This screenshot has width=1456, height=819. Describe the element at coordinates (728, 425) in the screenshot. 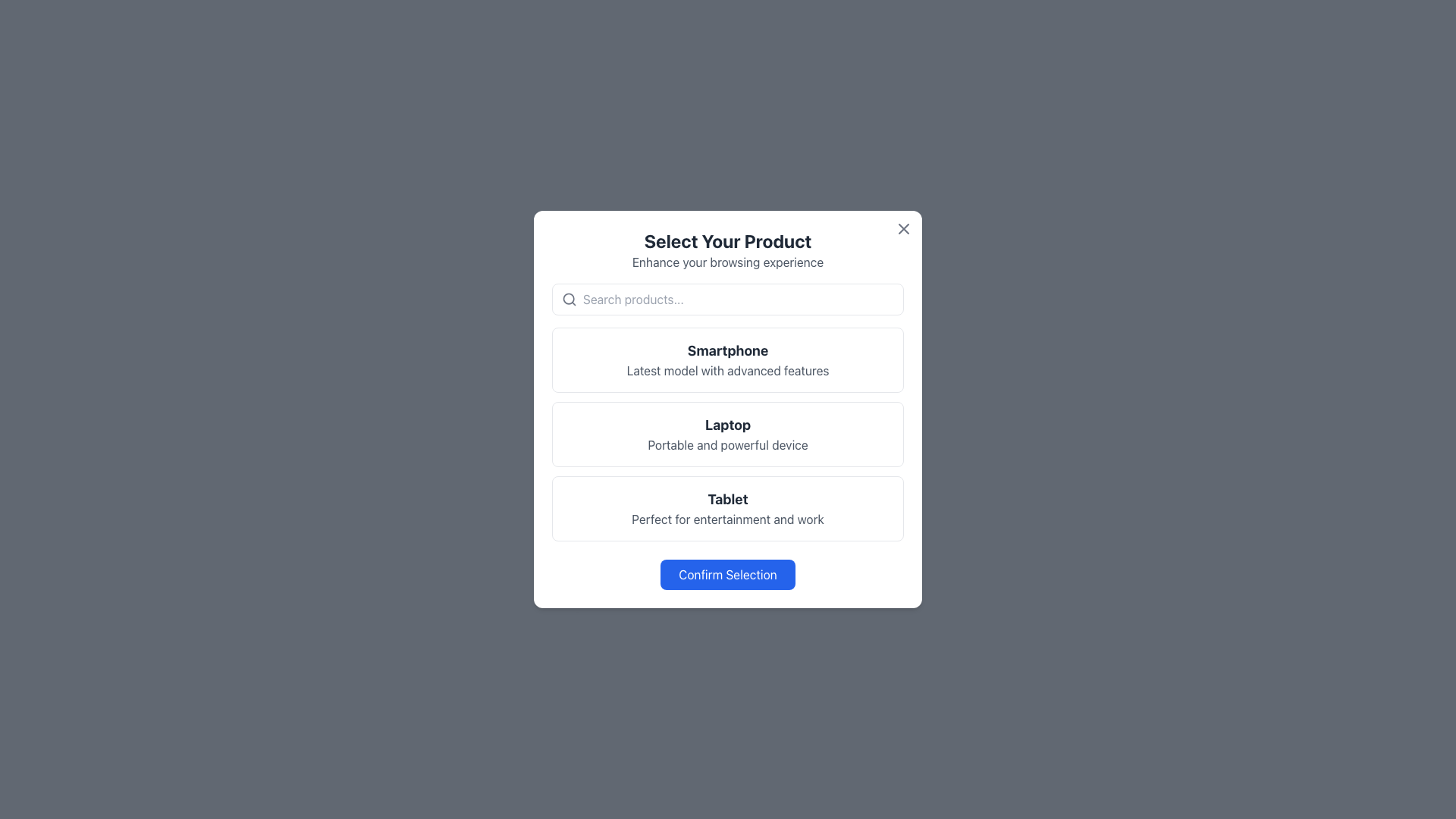

I see `the text label that serves as the title for the 'Laptop' category, positioned between 'Smartphone' and 'Tablet' with a subtitle describing it as 'Portable and powerful device.'` at that location.